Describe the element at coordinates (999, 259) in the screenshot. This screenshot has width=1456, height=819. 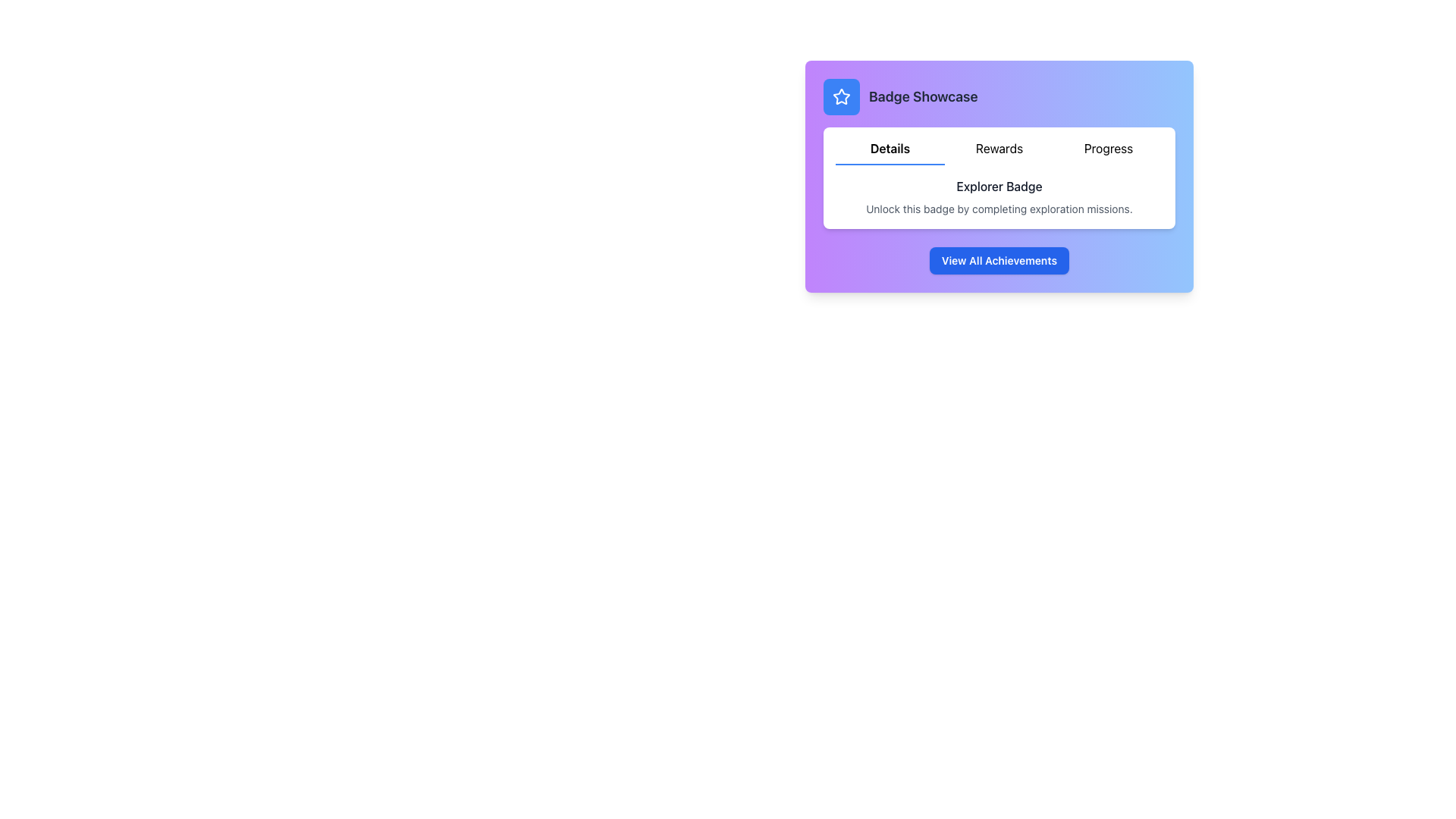
I see `the 'View All Achievements' button with a blue background and white text to enable keyboard interaction` at that location.